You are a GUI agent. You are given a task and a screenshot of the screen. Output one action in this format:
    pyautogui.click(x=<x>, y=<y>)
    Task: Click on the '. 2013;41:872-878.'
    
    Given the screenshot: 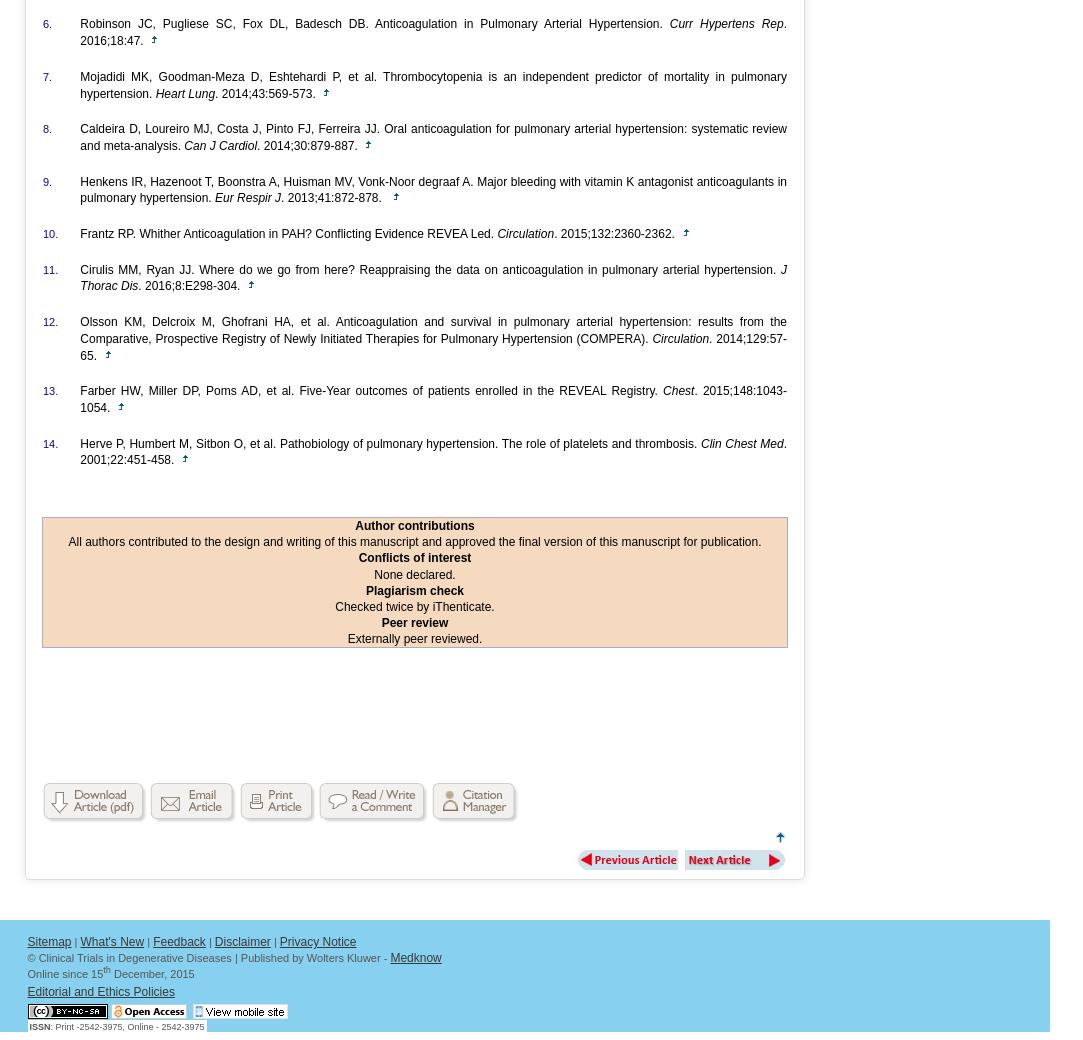 What is the action you would take?
    pyautogui.click(x=334, y=198)
    